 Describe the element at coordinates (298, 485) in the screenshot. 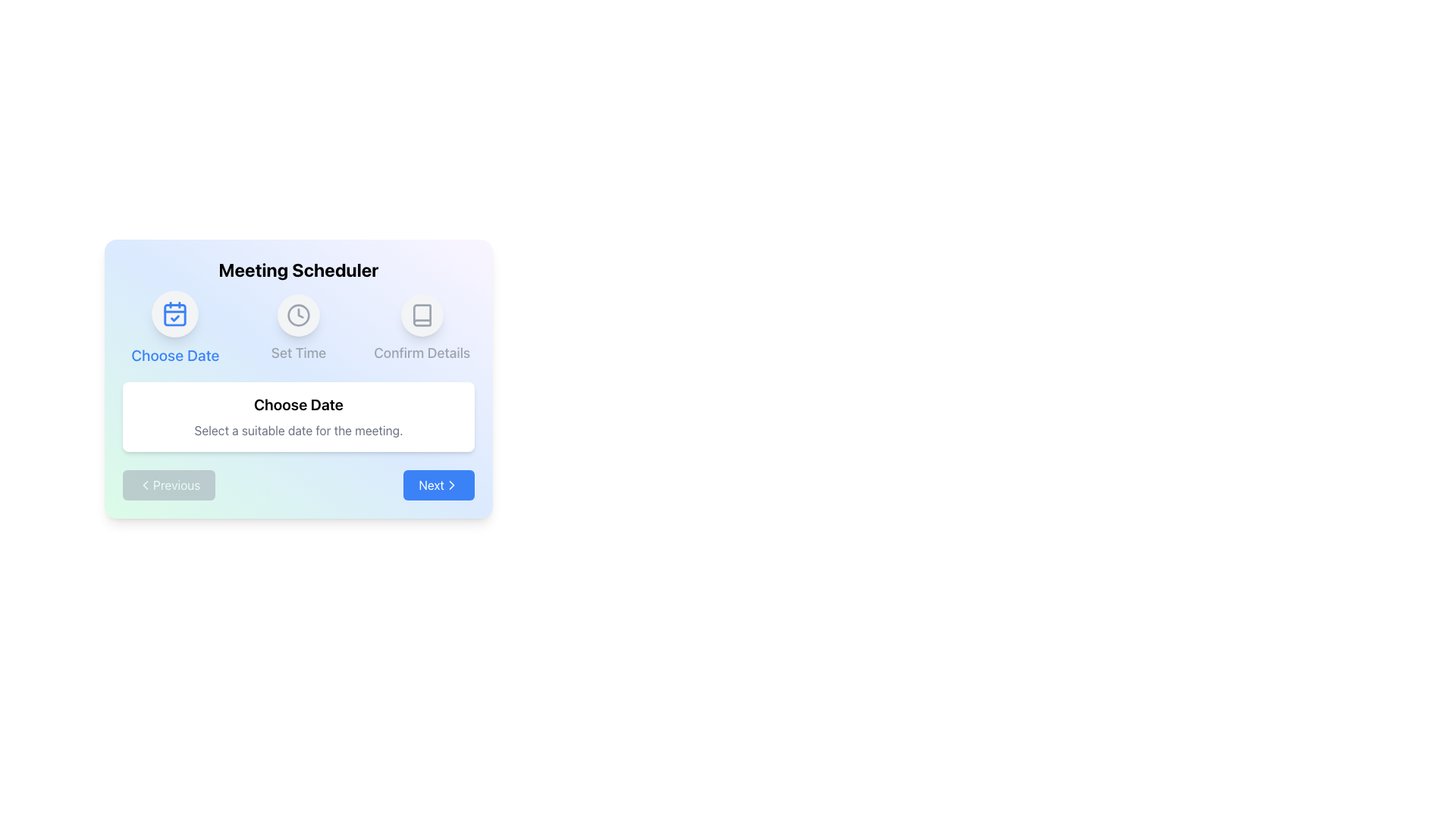

I see `the 'Previous' button located at the bottom of the 'Meeting Scheduler' card interface` at that location.